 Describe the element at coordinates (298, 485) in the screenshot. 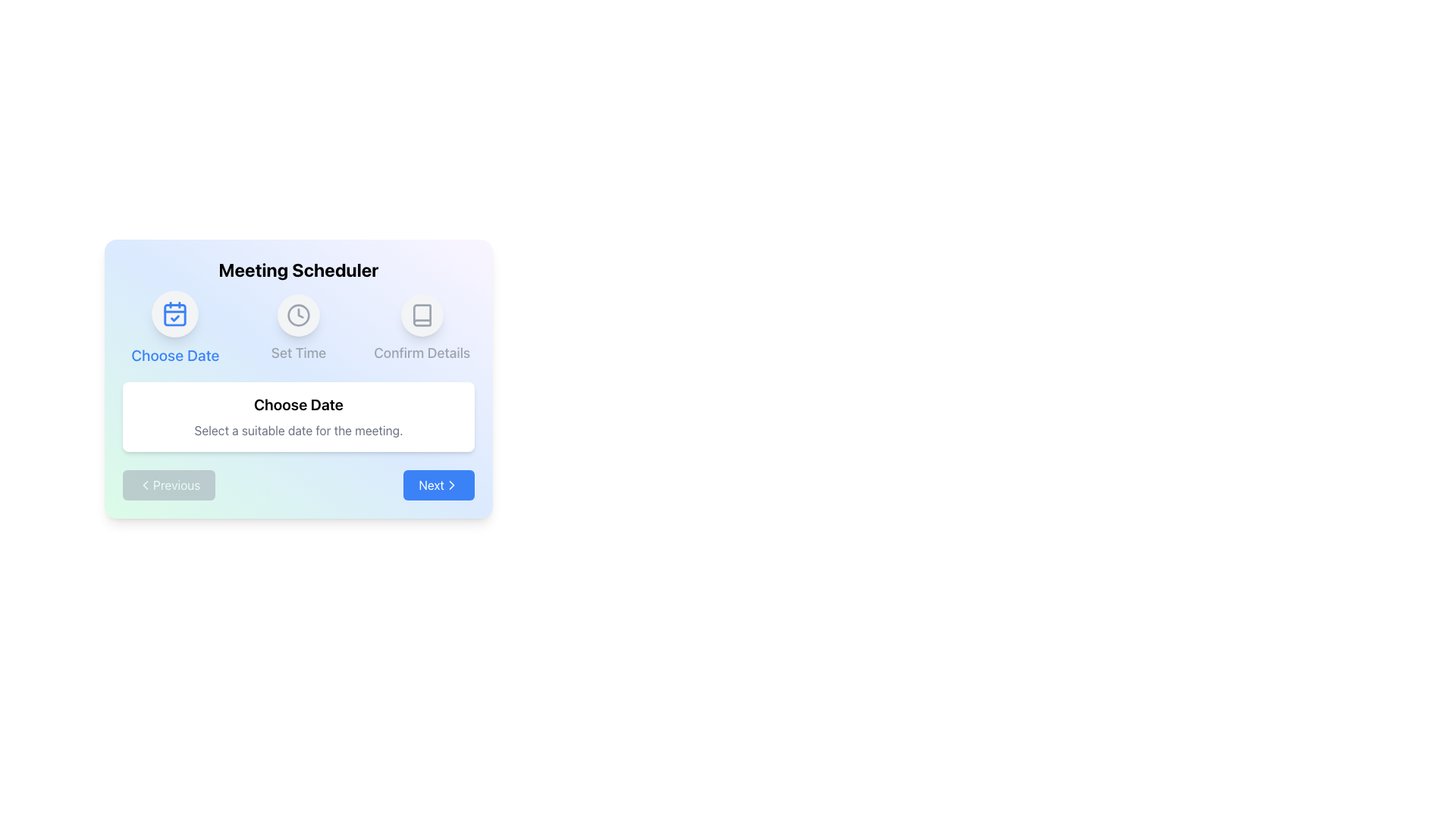

I see `the 'Previous' button located at the bottom of the 'Meeting Scheduler' card interface` at that location.